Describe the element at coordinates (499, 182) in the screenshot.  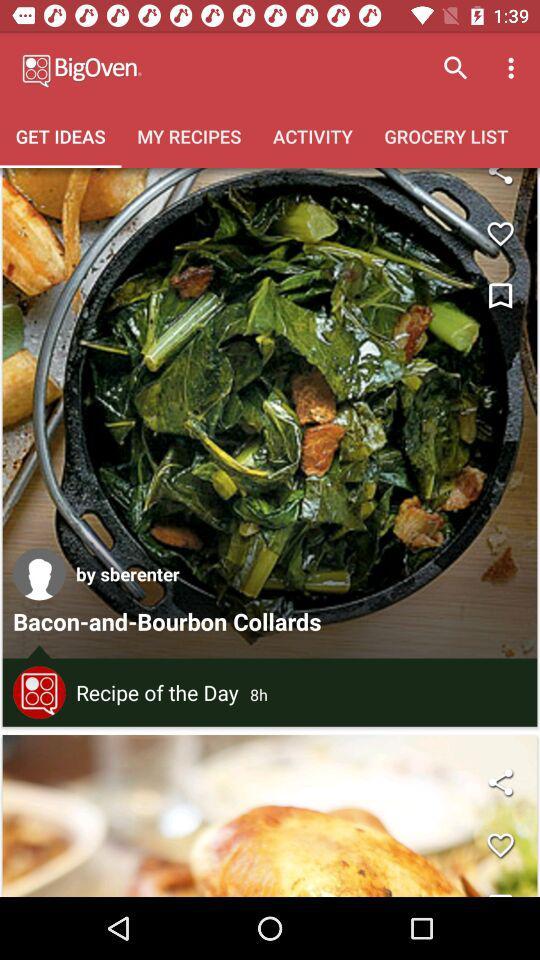
I see `zoom the image` at that location.